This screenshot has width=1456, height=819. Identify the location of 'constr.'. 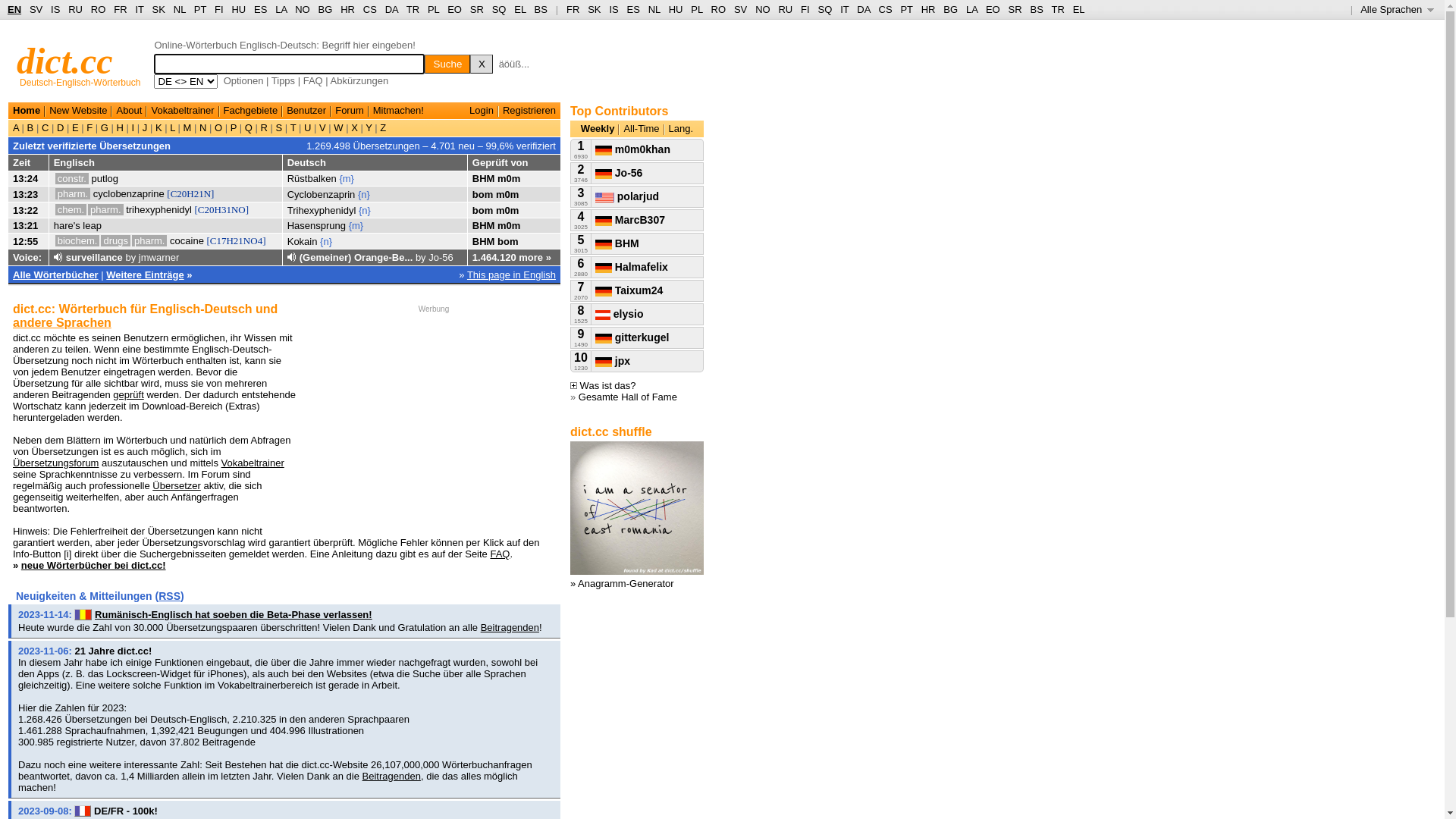
(55, 177).